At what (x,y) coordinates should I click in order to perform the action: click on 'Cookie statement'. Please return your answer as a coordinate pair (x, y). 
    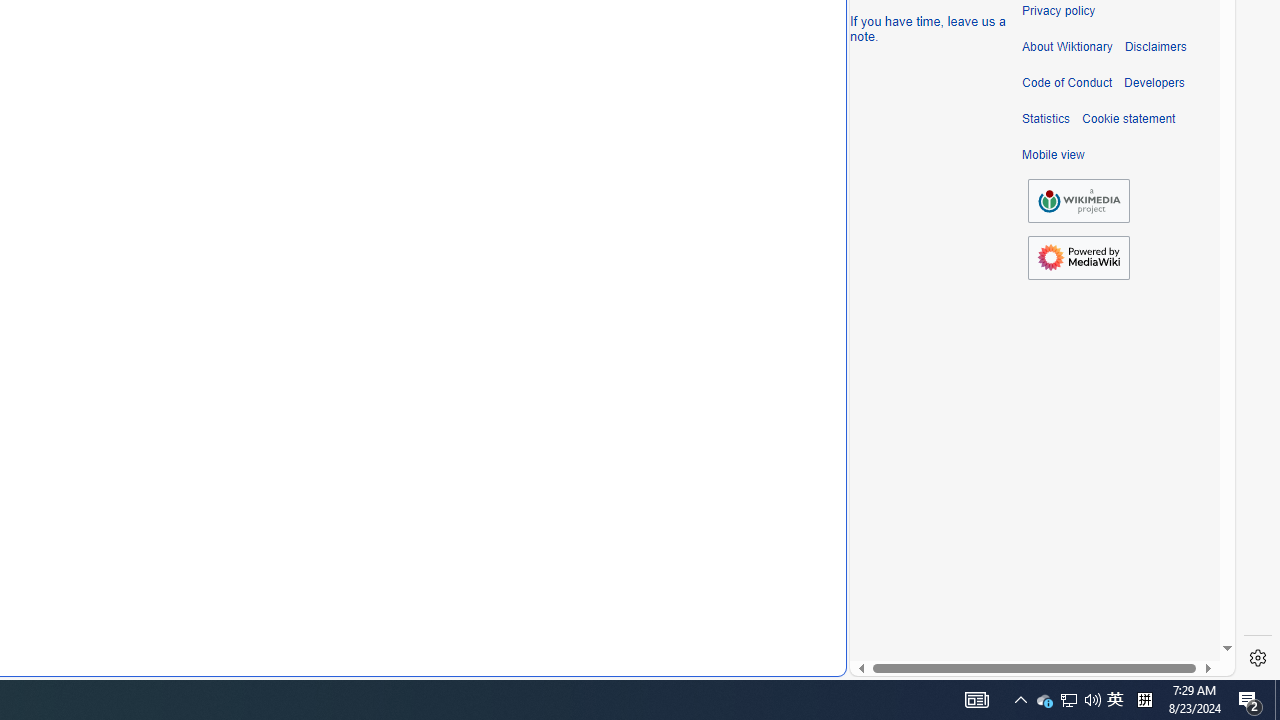
    Looking at the image, I should click on (1128, 119).